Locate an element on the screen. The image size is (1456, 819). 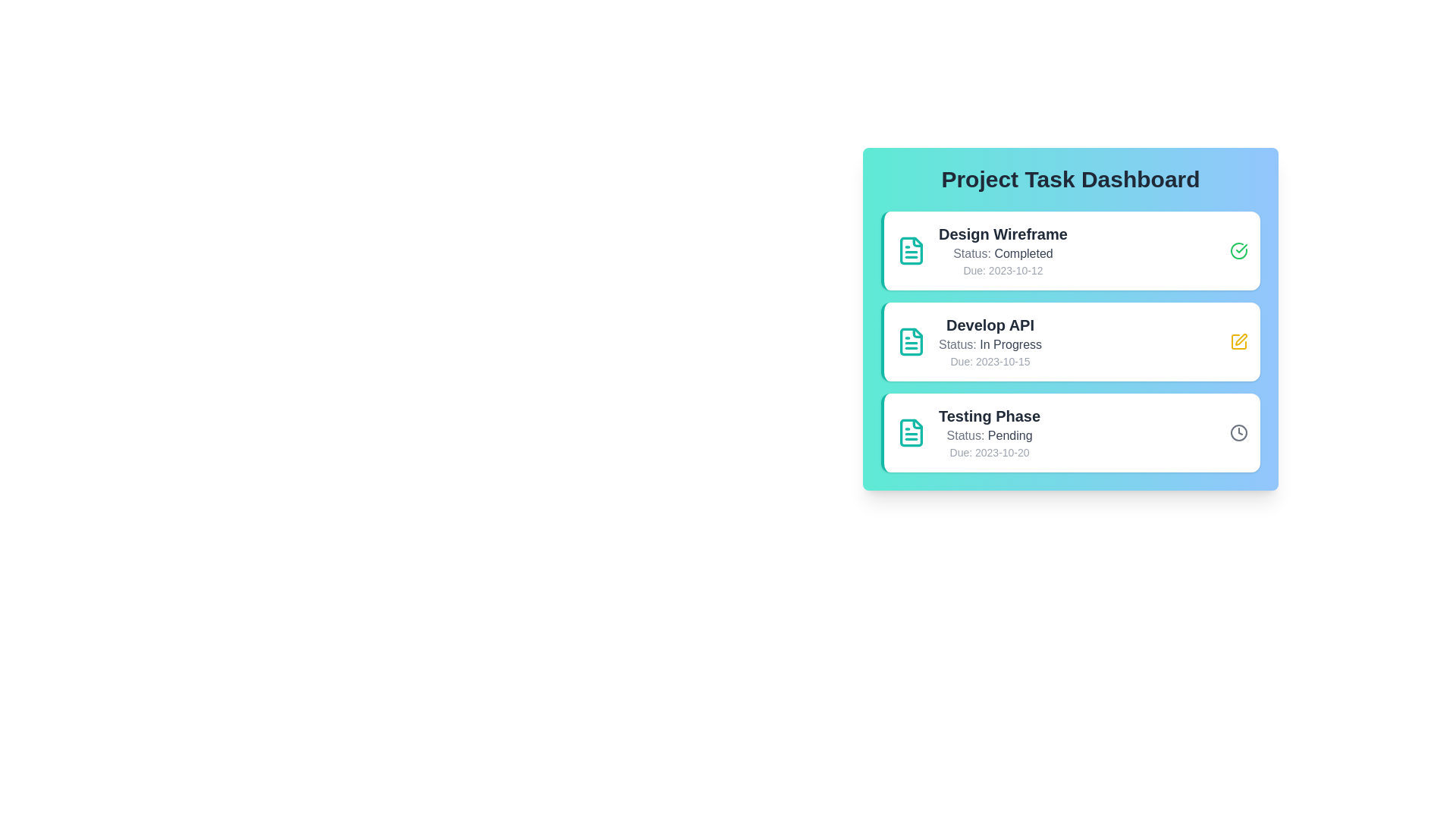
the status icon for the task with status In Progress is located at coordinates (1238, 342).